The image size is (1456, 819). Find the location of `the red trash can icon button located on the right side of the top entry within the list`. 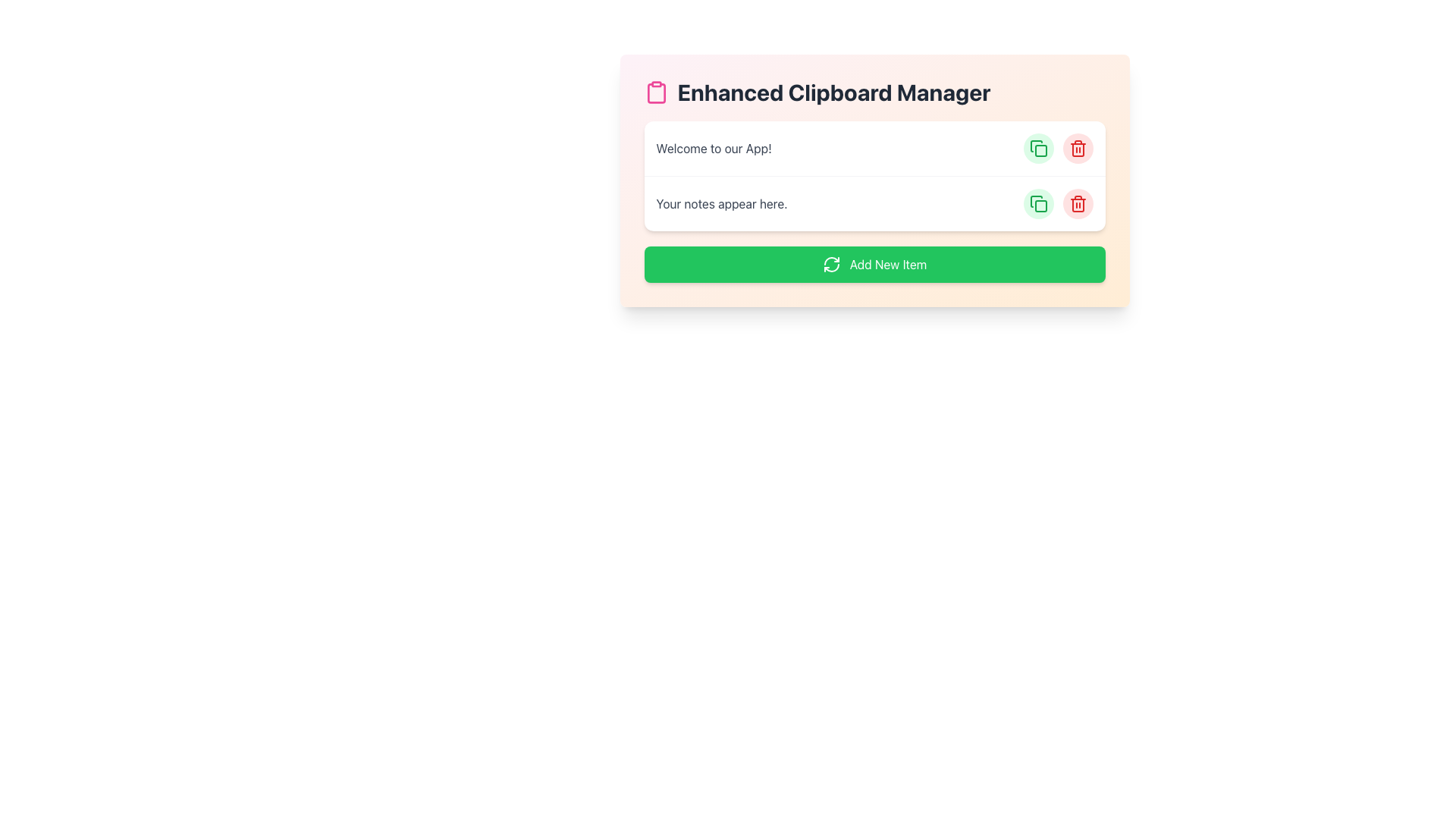

the red trash can icon button located on the right side of the top entry within the list is located at coordinates (1077, 149).